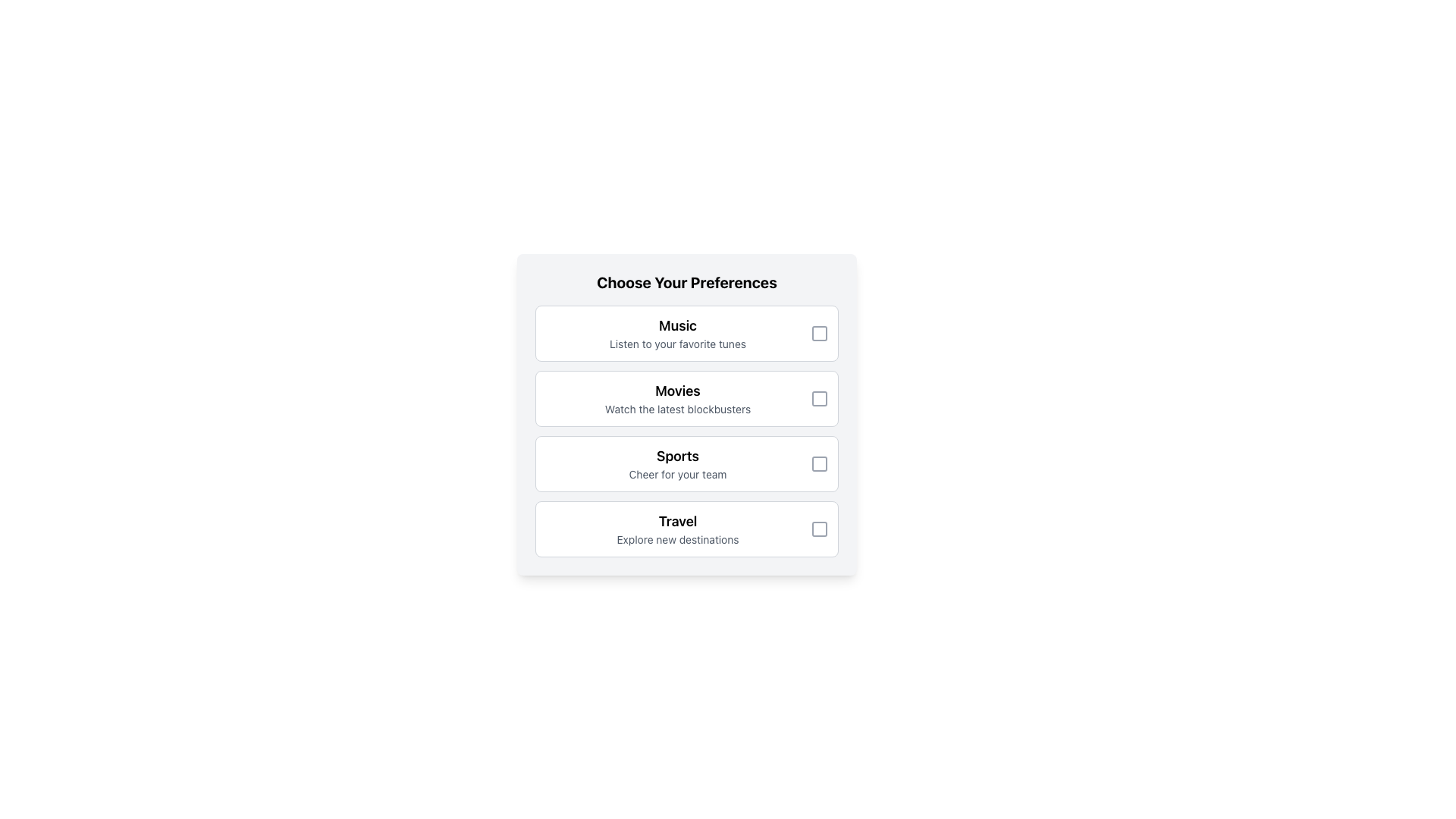  What do you see at coordinates (818, 332) in the screenshot?
I see `the 'Music' preference checkbox, which is the first checkbox in a vertical list of options, located to the right of the 'Music' label and below the header 'Choose Your Preferences'` at bounding box center [818, 332].